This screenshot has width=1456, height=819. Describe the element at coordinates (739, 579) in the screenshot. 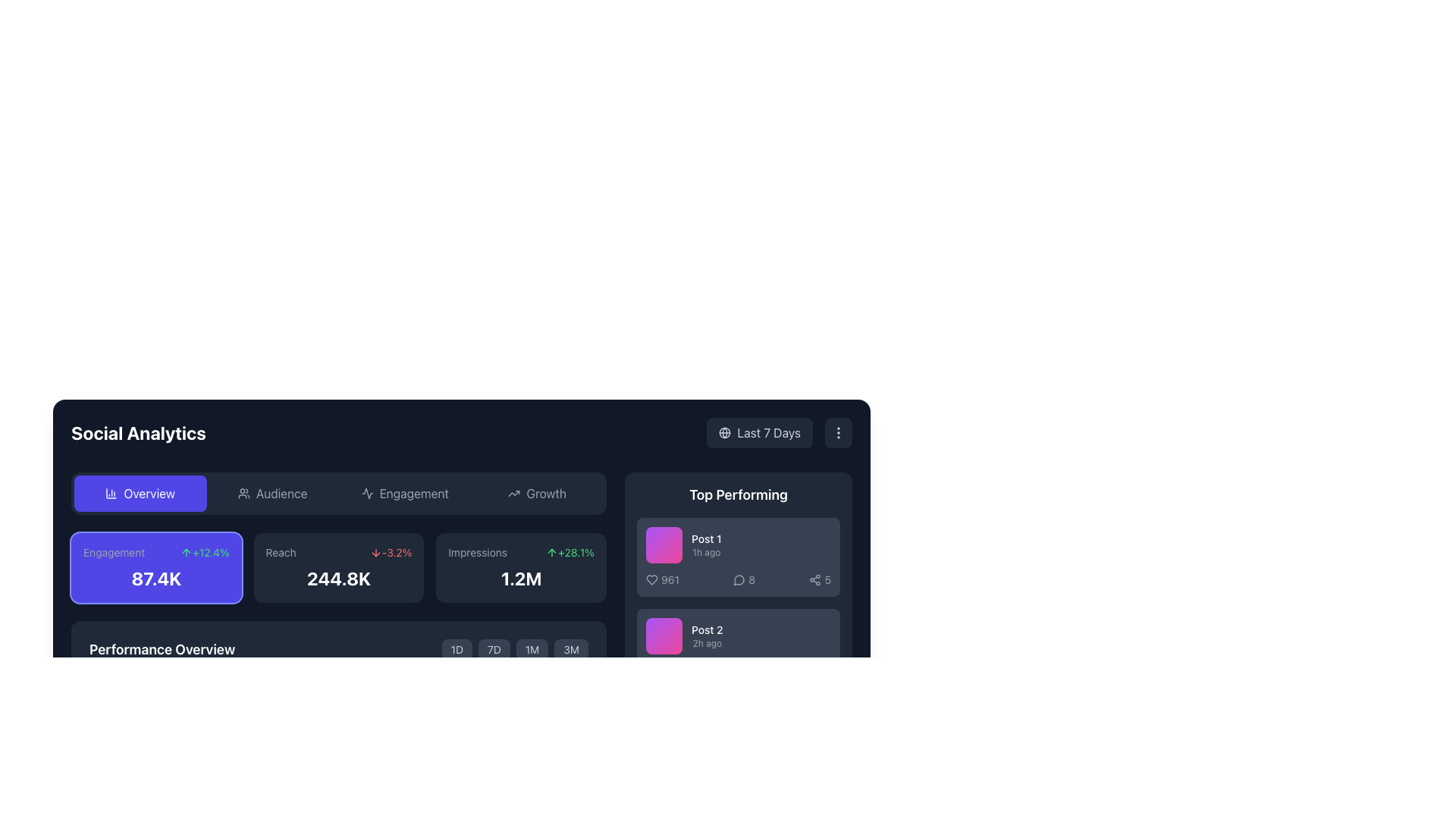

I see `the comment count text element, which displays the number of comments for the associated post under the 'Post 1' title in the 'Top Performing' section` at that location.